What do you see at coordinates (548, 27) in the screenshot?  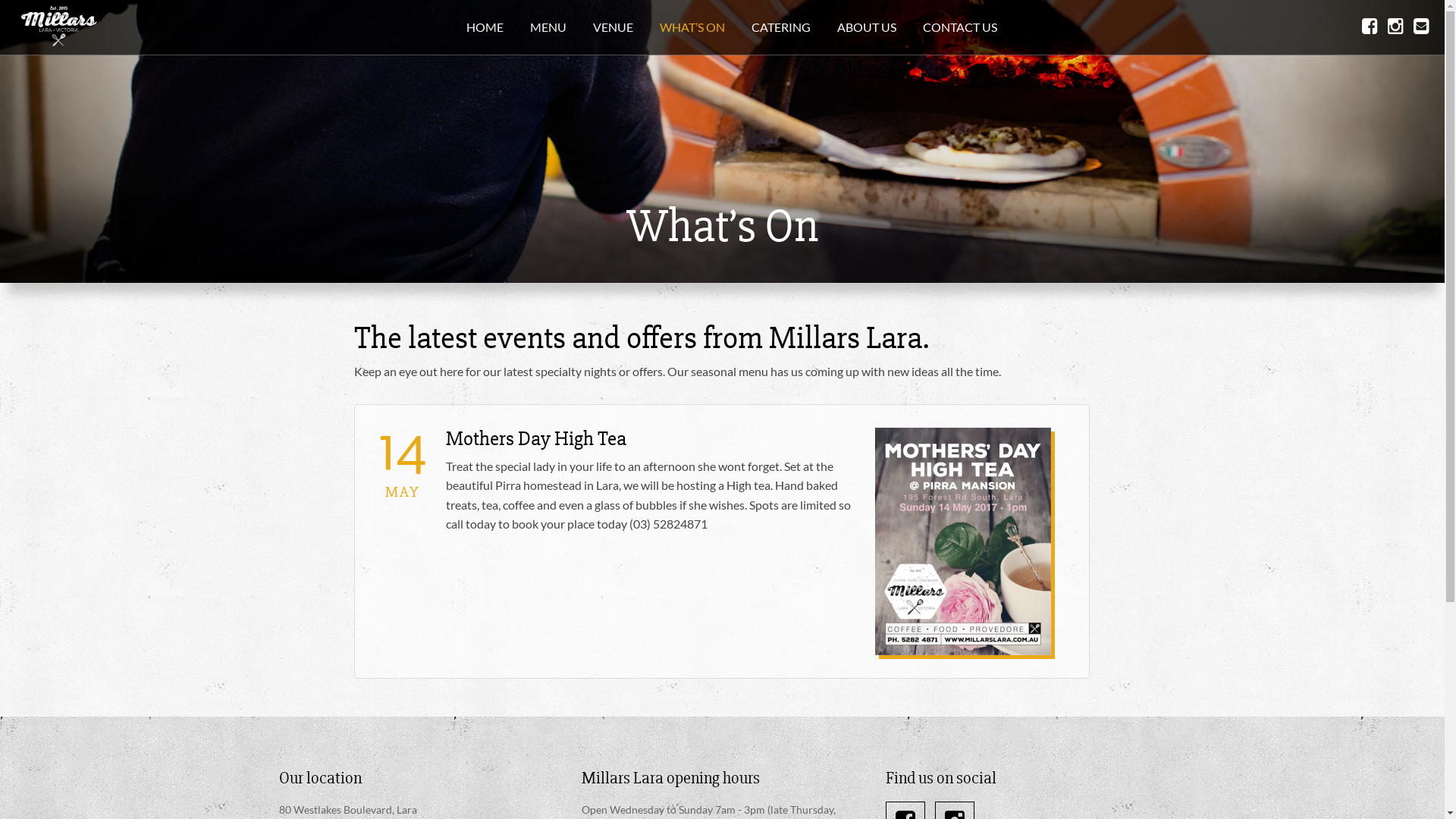 I see `'MENU'` at bounding box center [548, 27].